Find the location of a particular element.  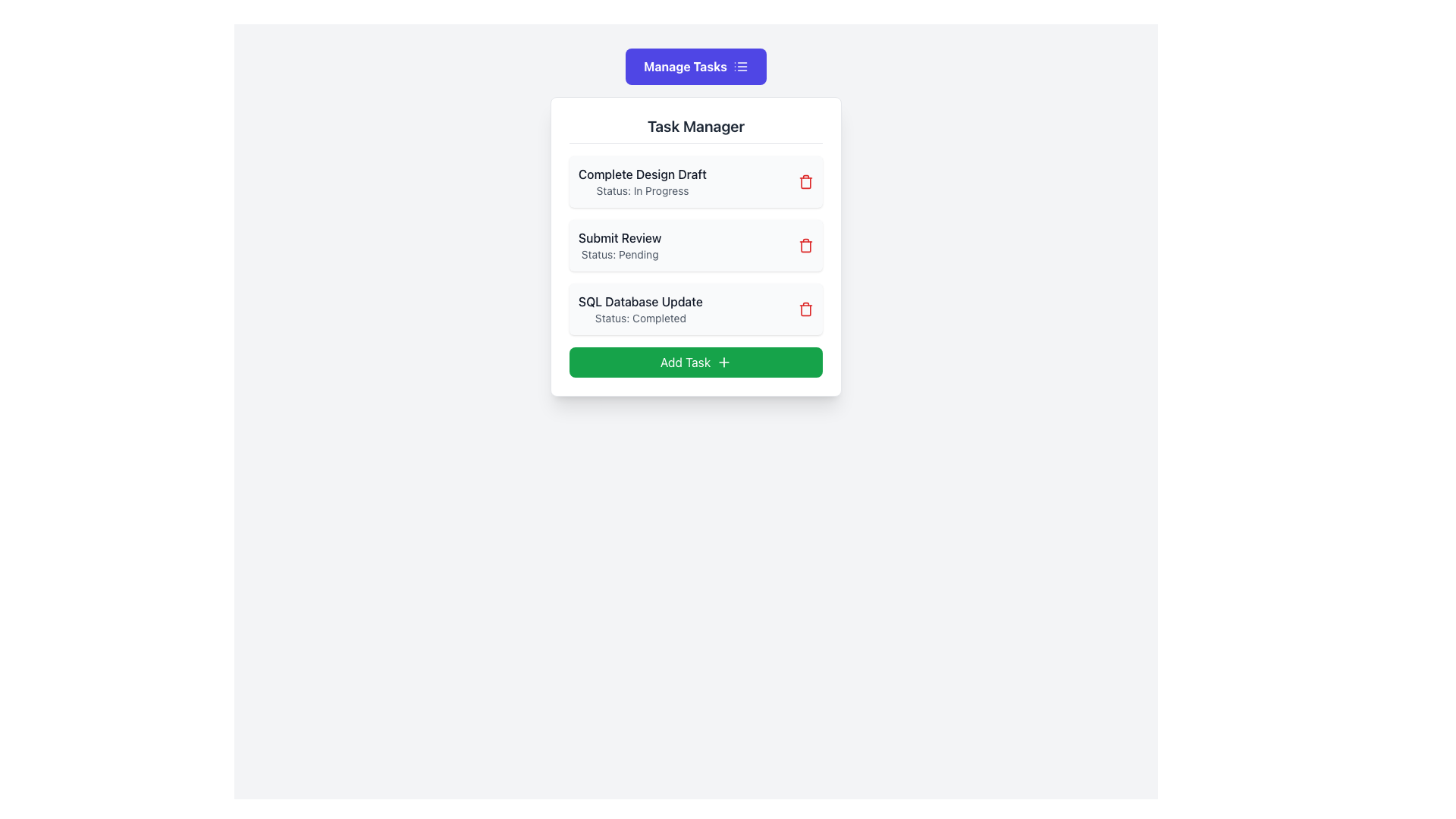

the delete icon button located to the right of the 'Submit Review' task entry is located at coordinates (805, 245).